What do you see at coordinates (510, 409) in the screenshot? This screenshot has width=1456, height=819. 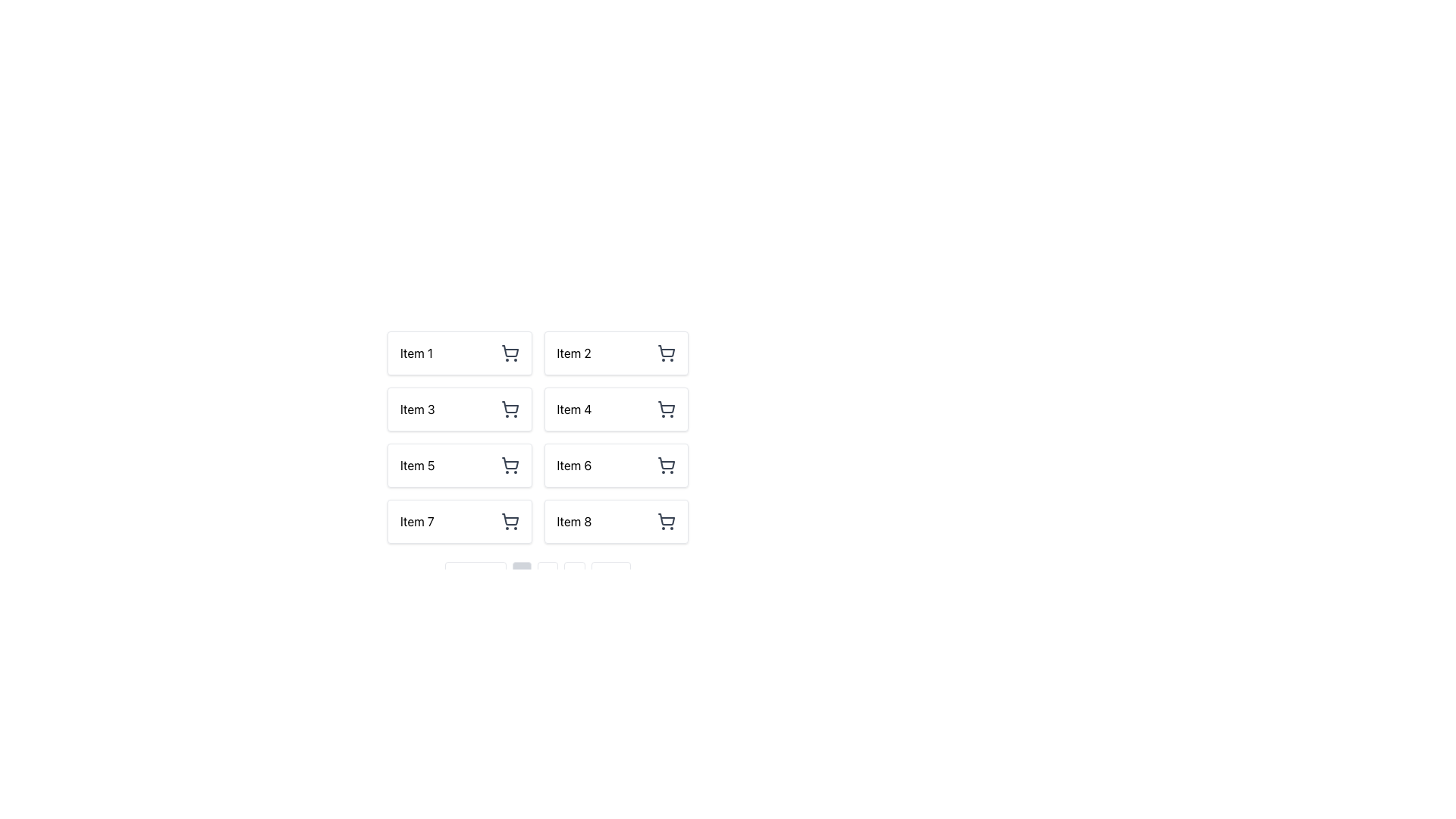 I see `the shopping cart icon located next to 'Item 3'` at bounding box center [510, 409].